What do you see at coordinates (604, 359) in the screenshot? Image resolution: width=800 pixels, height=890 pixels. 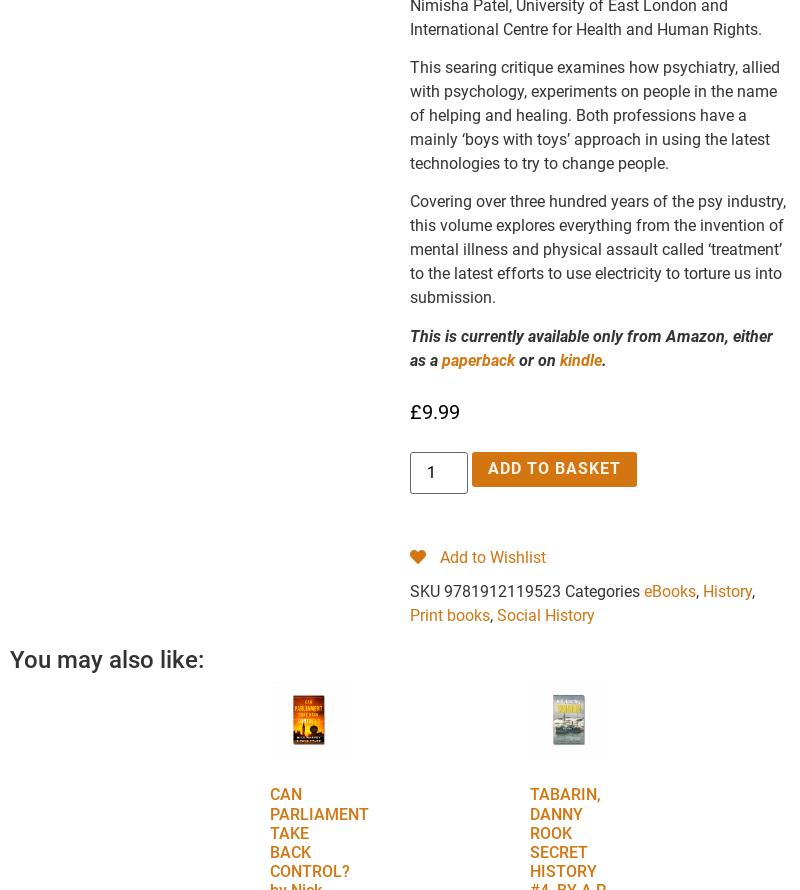 I see `'.'` at bounding box center [604, 359].